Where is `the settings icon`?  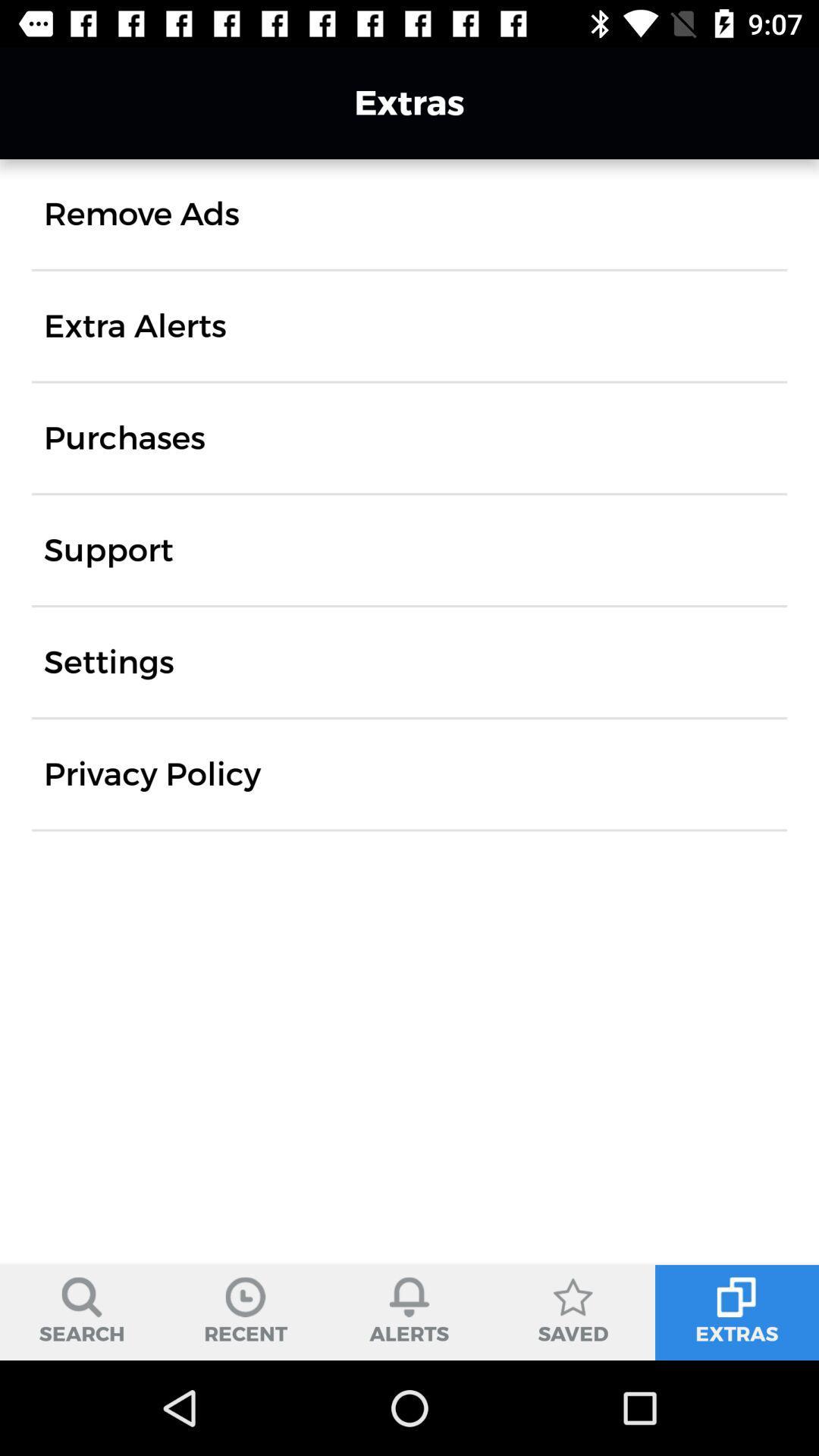 the settings icon is located at coordinates (108, 662).